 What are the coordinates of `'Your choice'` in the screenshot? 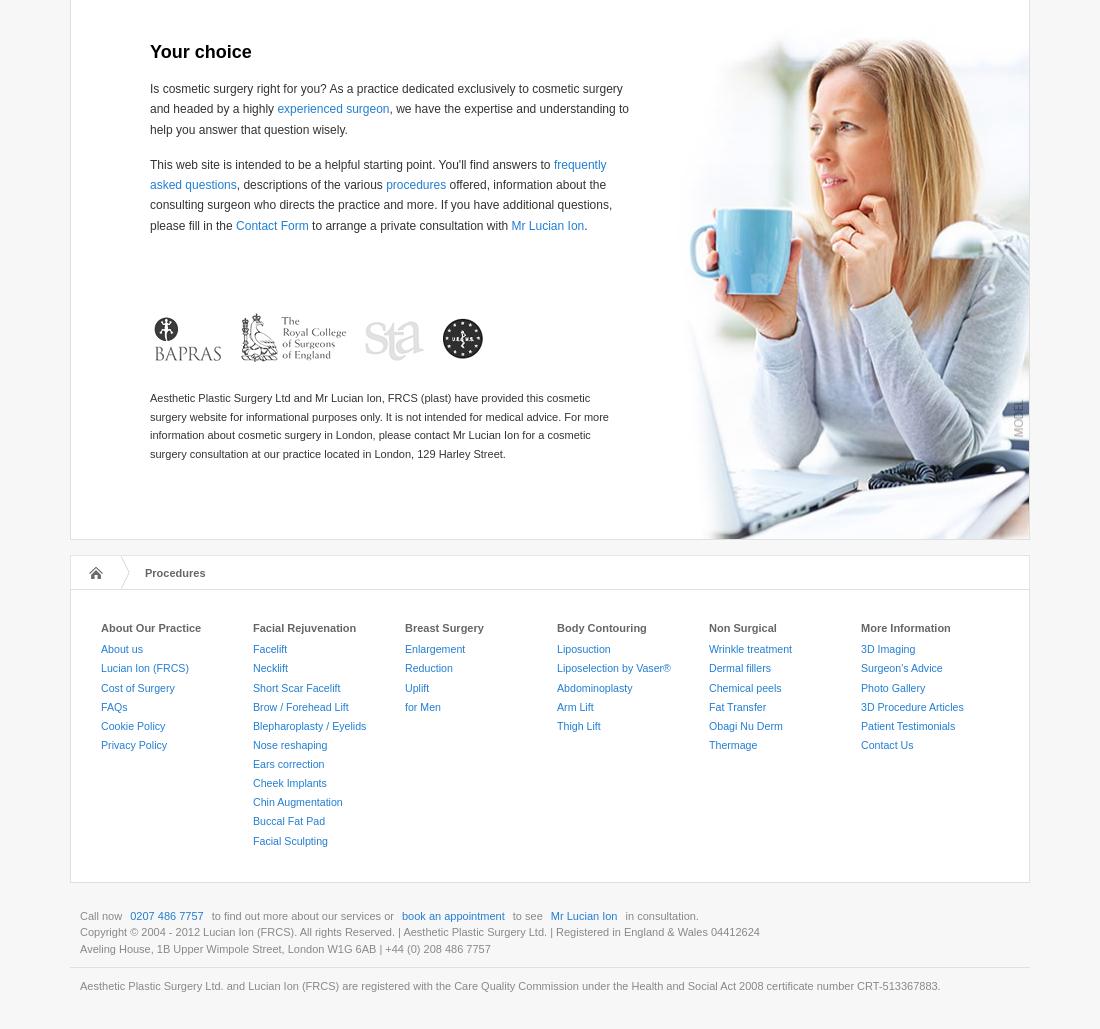 It's located at (199, 51).